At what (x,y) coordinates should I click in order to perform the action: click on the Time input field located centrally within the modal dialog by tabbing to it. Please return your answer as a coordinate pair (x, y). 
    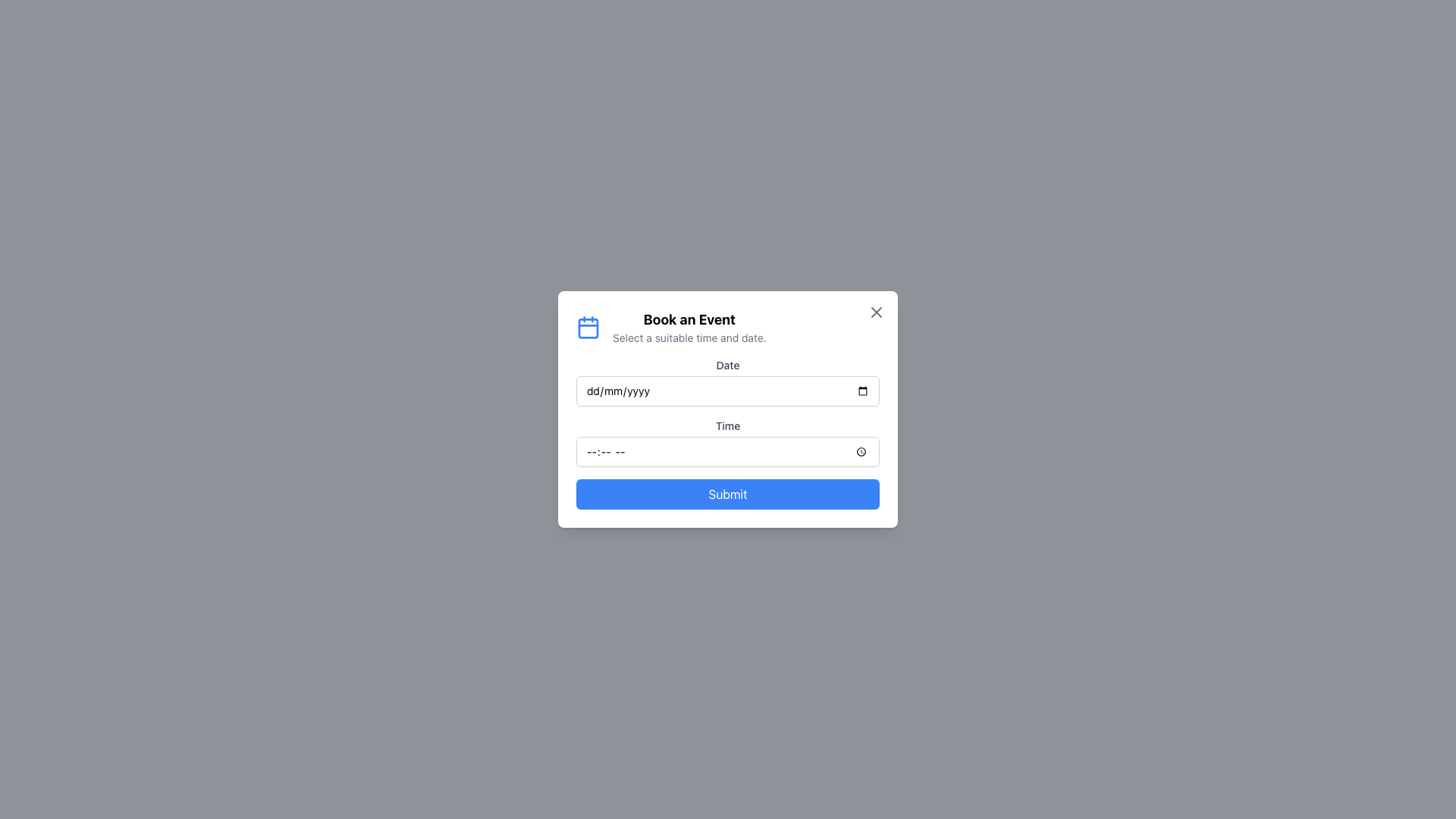
    Looking at the image, I should click on (728, 451).